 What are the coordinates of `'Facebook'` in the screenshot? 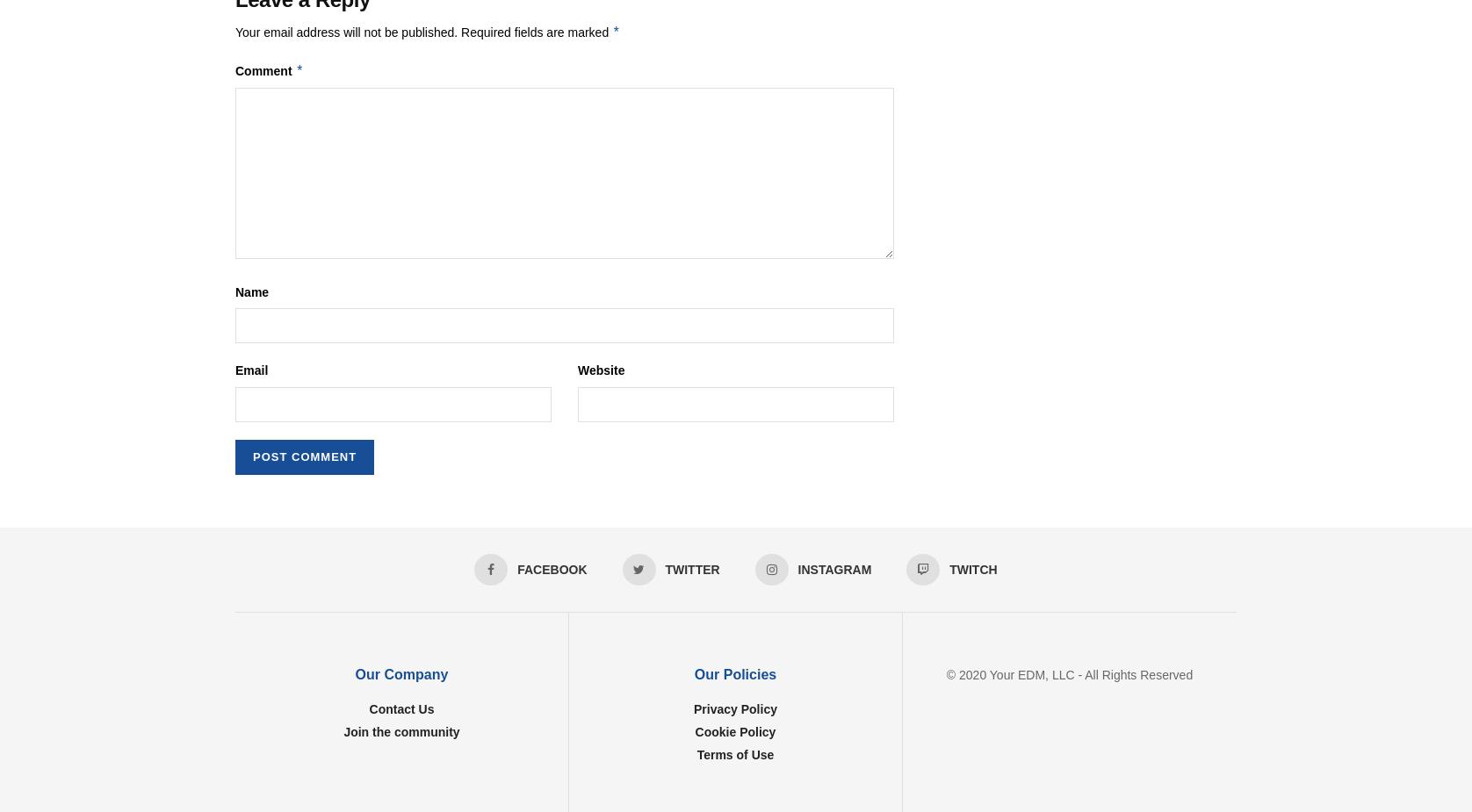 It's located at (552, 568).